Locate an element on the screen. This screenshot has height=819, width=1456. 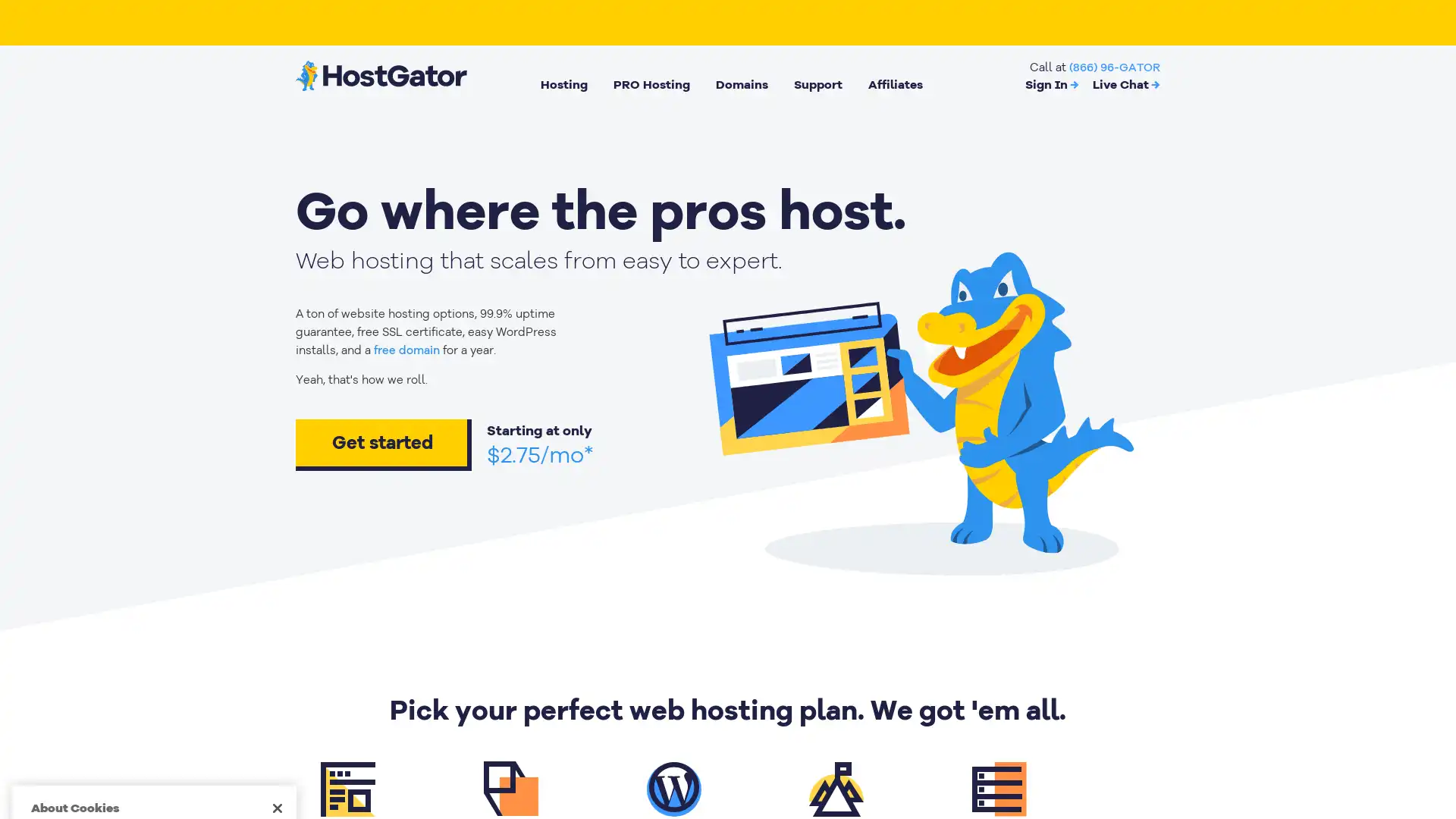
Close is located at coordinates (277, 568).